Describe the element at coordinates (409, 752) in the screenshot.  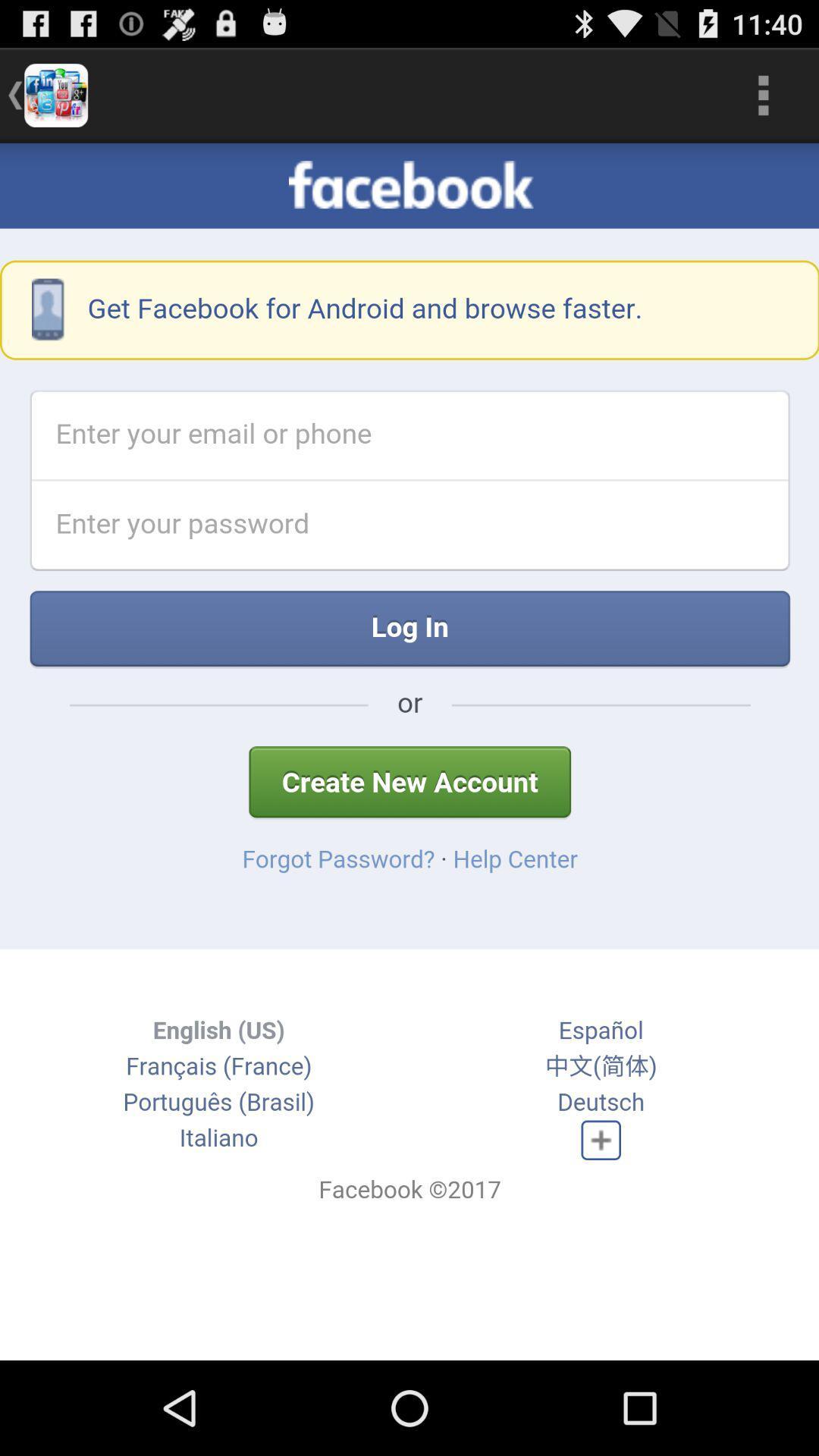
I see `facebook option` at that location.